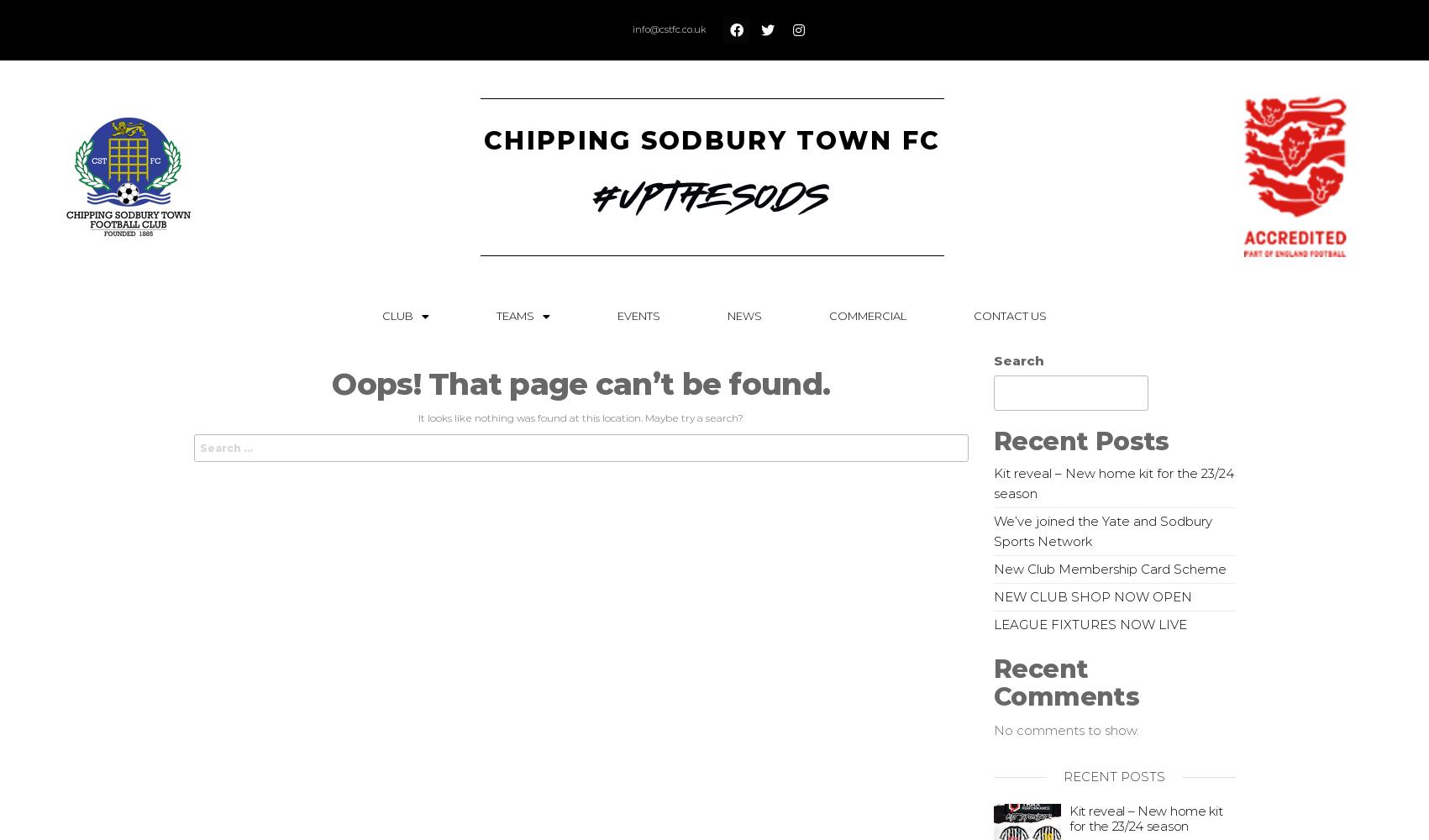 The image size is (1429, 840). I want to click on 'Commercial', so click(868, 316).